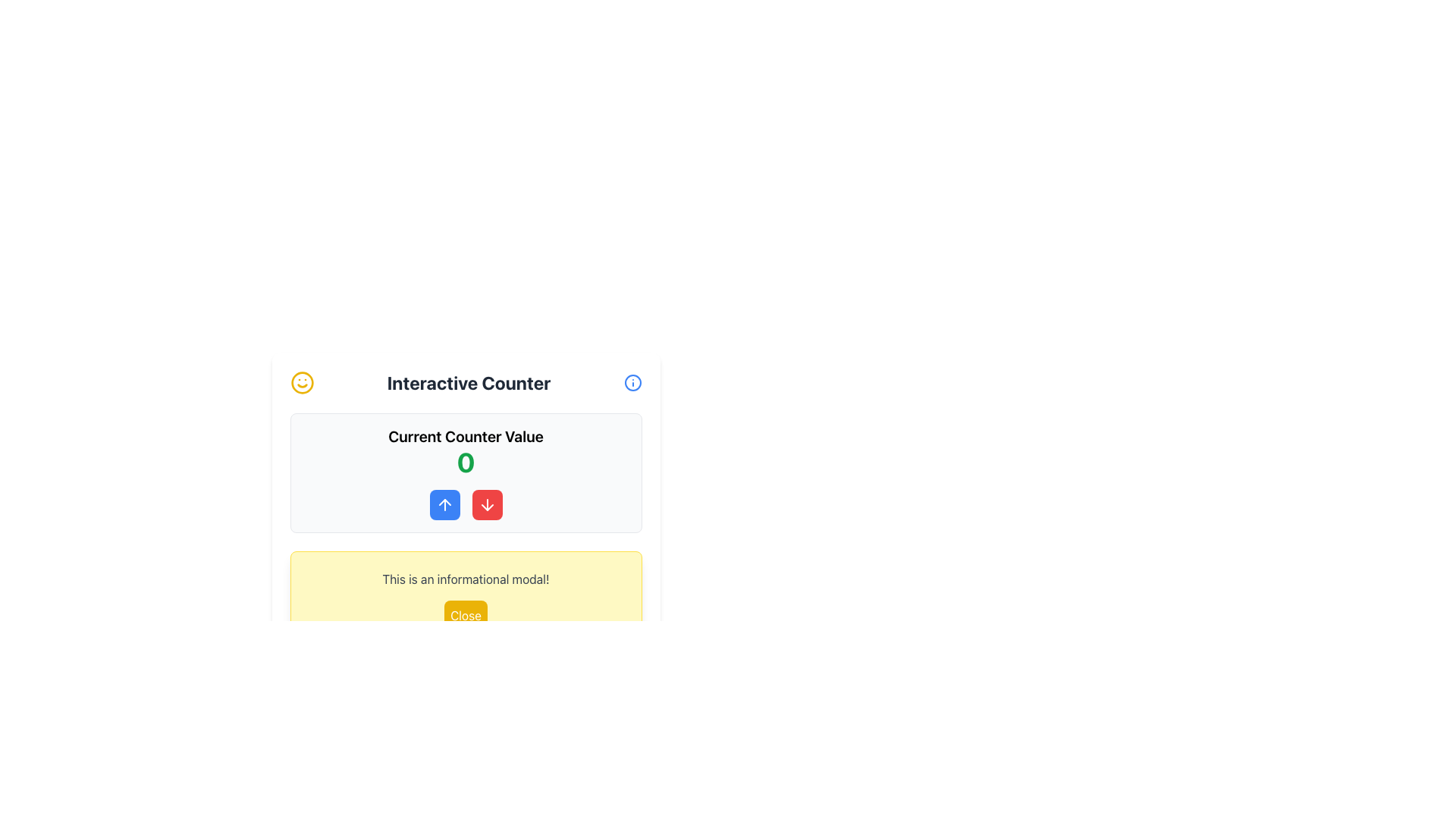 The height and width of the screenshot is (819, 1456). I want to click on the blue circular information icon with an 'i' symbol located at the top right corner adjacent to the heading 'Interactive Counter', so click(632, 382).